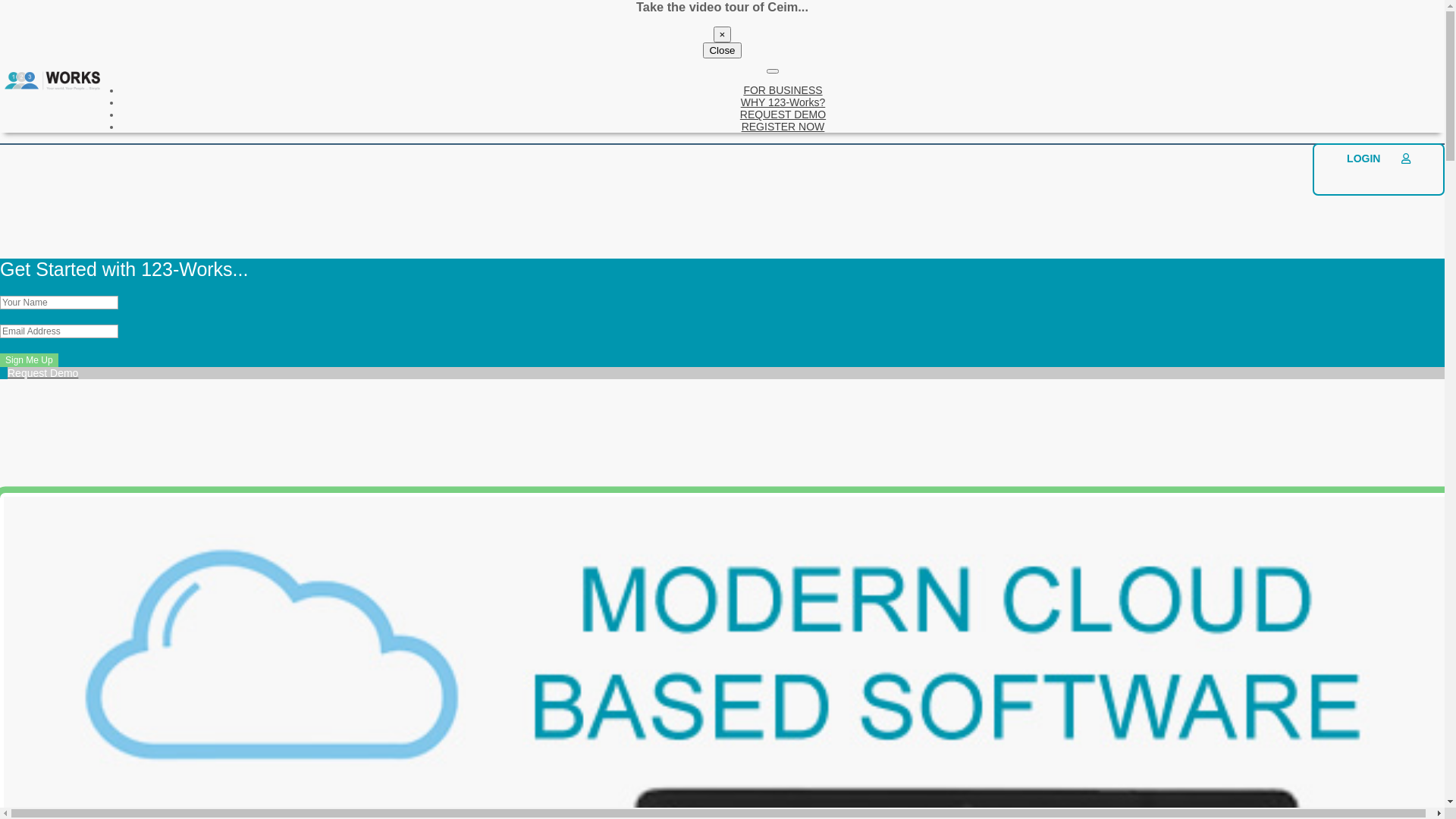 Image resolution: width=1456 pixels, height=819 pixels. What do you see at coordinates (29, 359) in the screenshot?
I see `'Sign Me Up'` at bounding box center [29, 359].